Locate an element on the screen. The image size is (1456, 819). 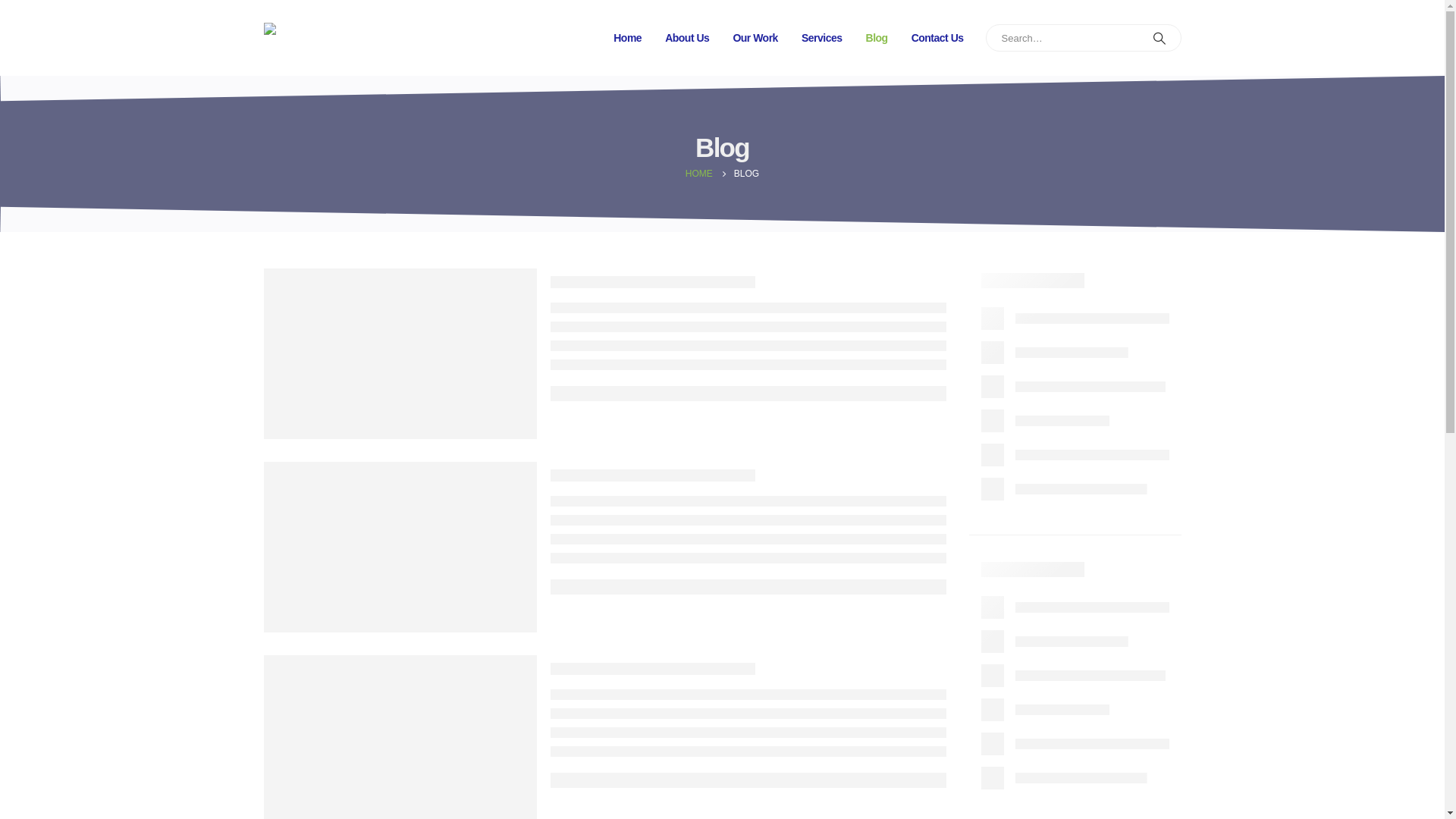
'Majestic Pools - Most Awarded Brisbane Pool Builders' is located at coordinates (263, 37).